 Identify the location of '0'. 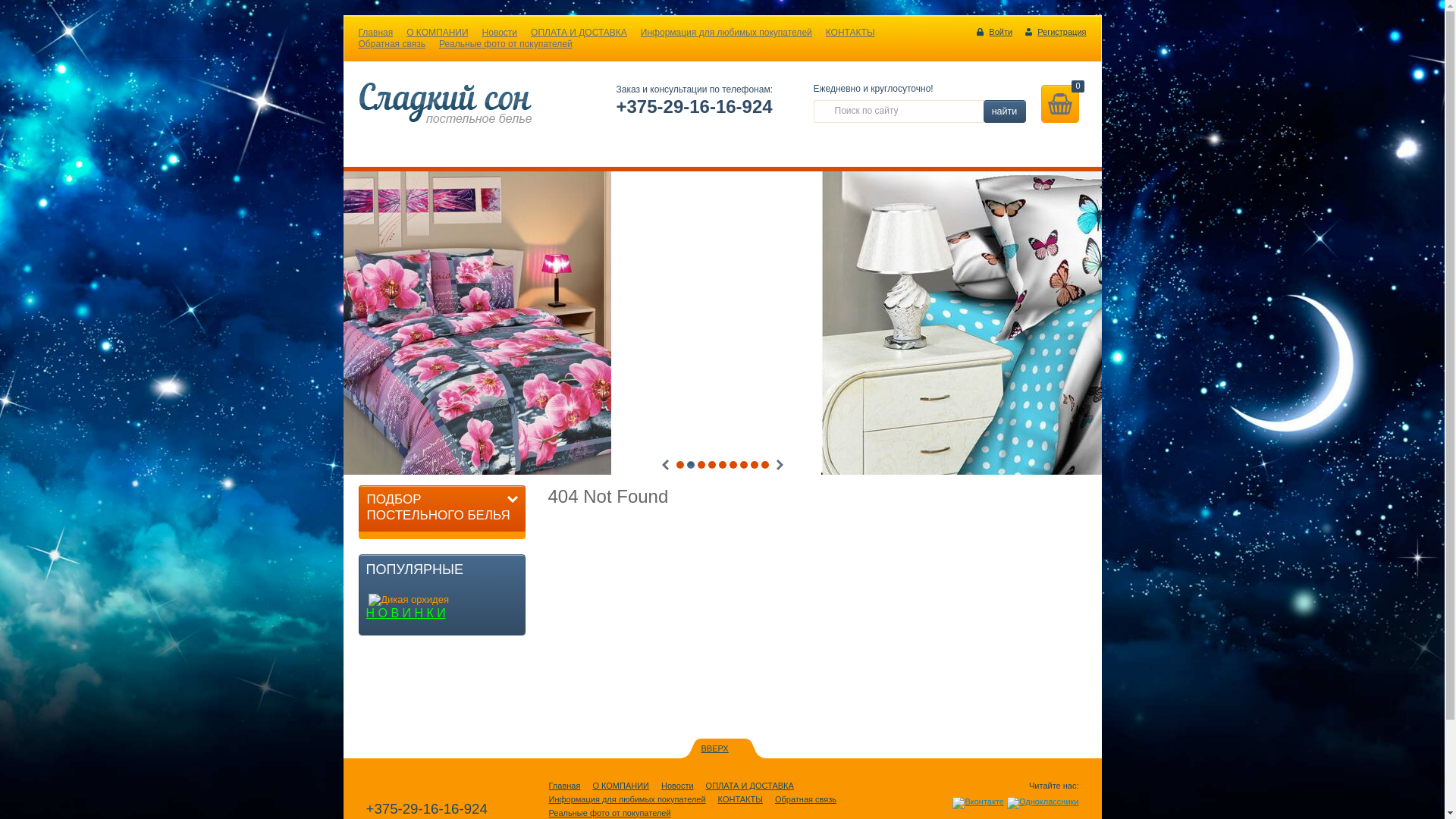
(1058, 103).